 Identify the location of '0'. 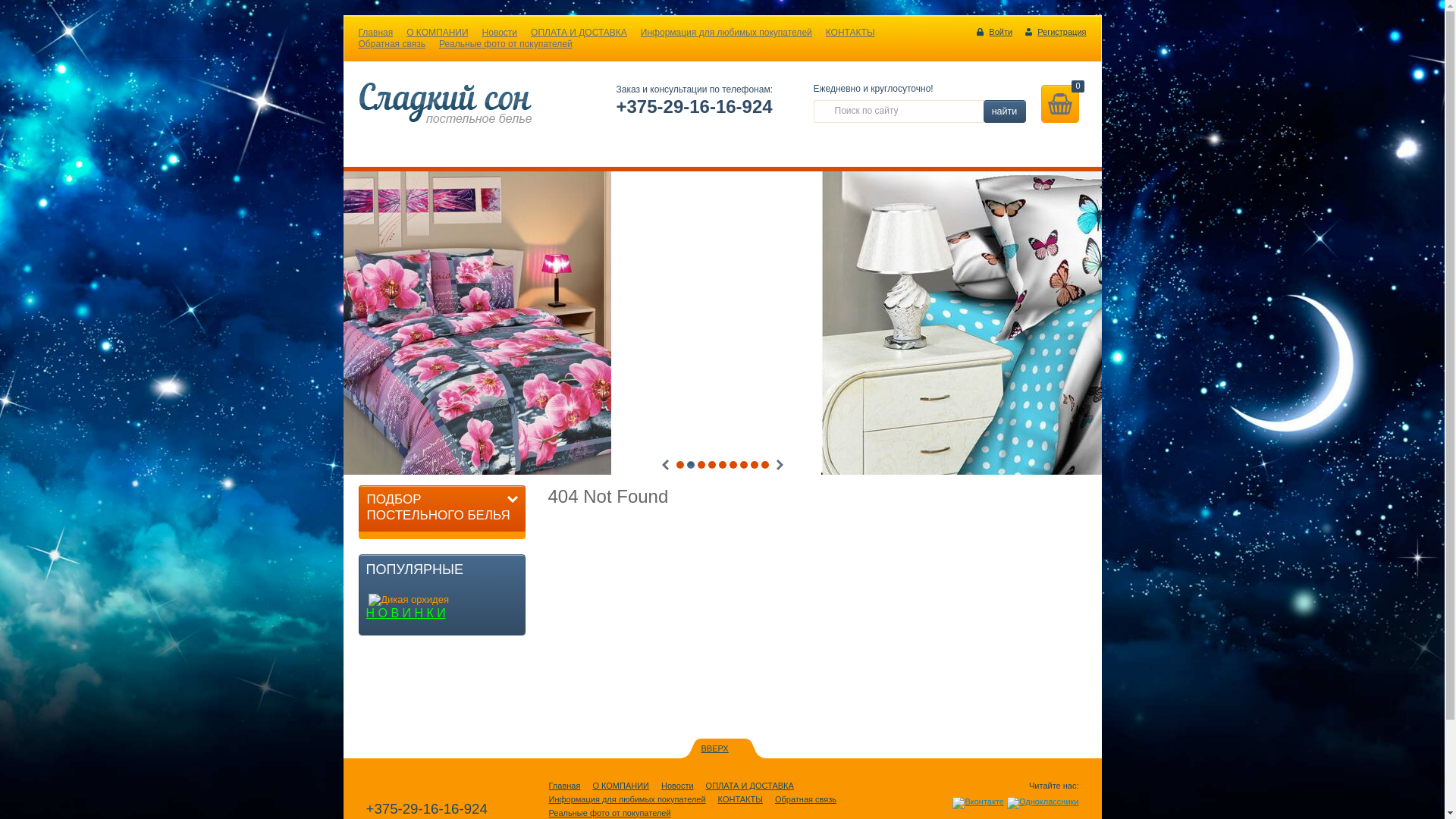
(1058, 103).